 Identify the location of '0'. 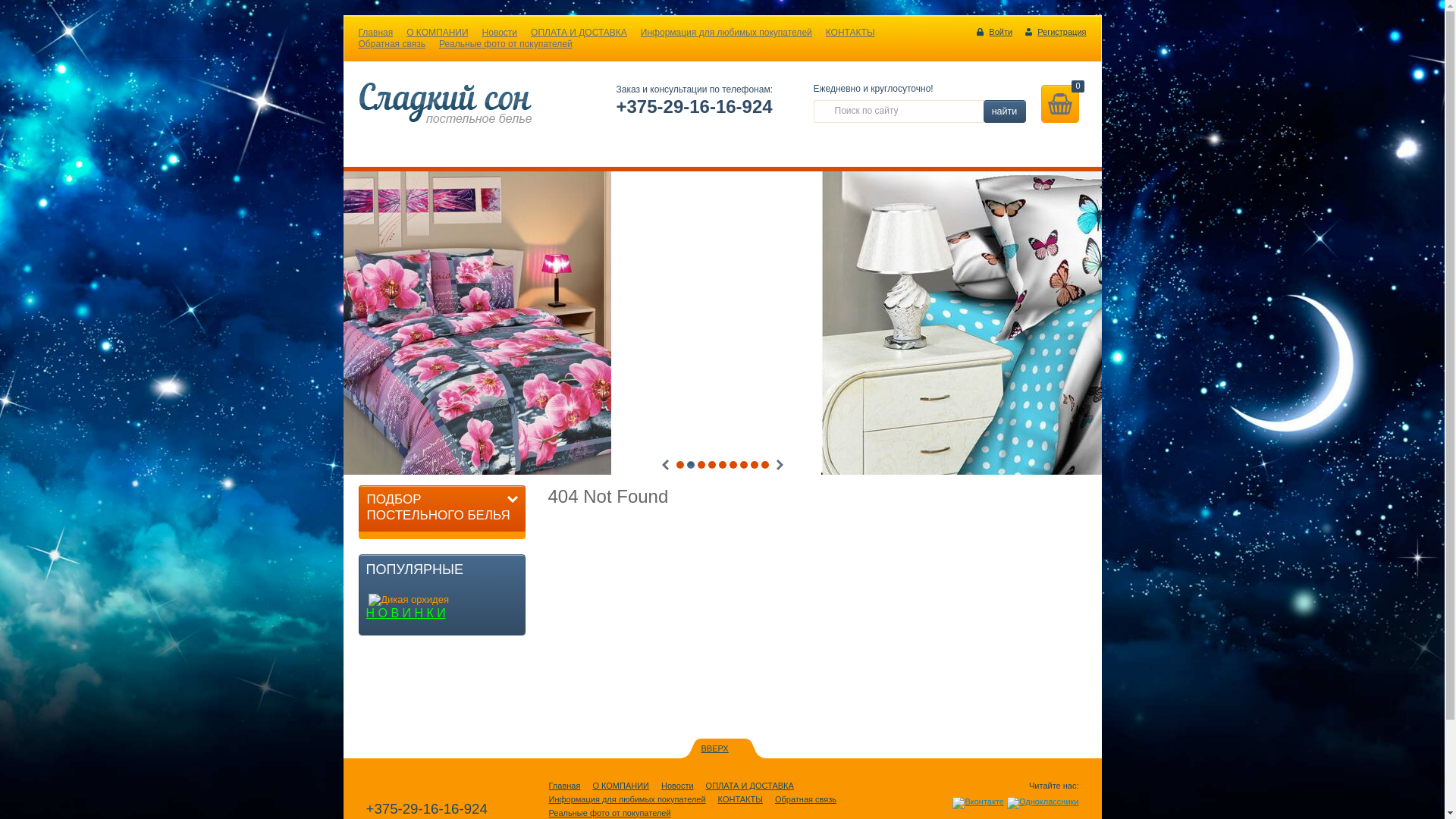
(1058, 103).